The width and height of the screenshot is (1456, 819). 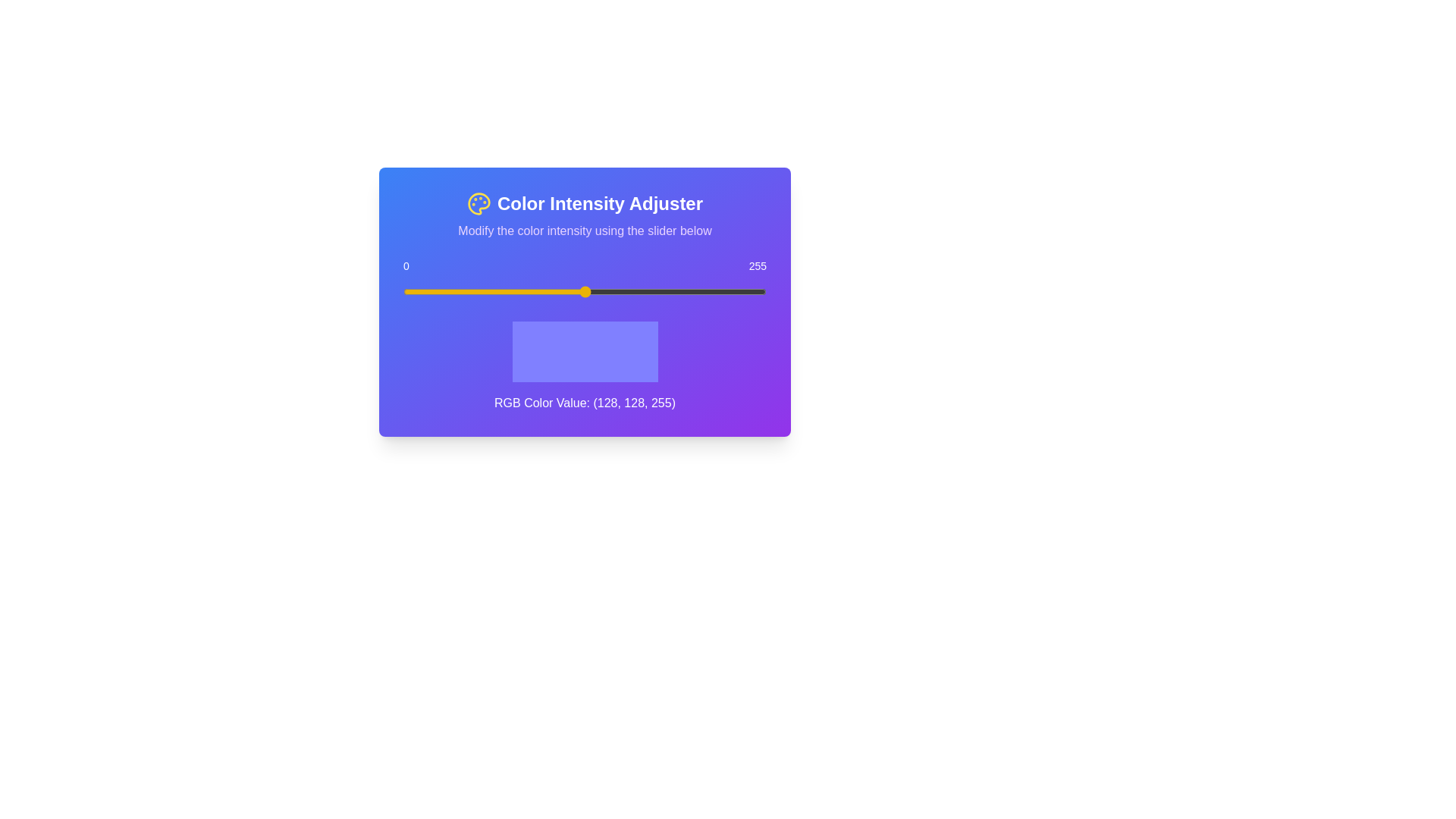 I want to click on the slider to set the color intensity to 227, so click(x=726, y=292).